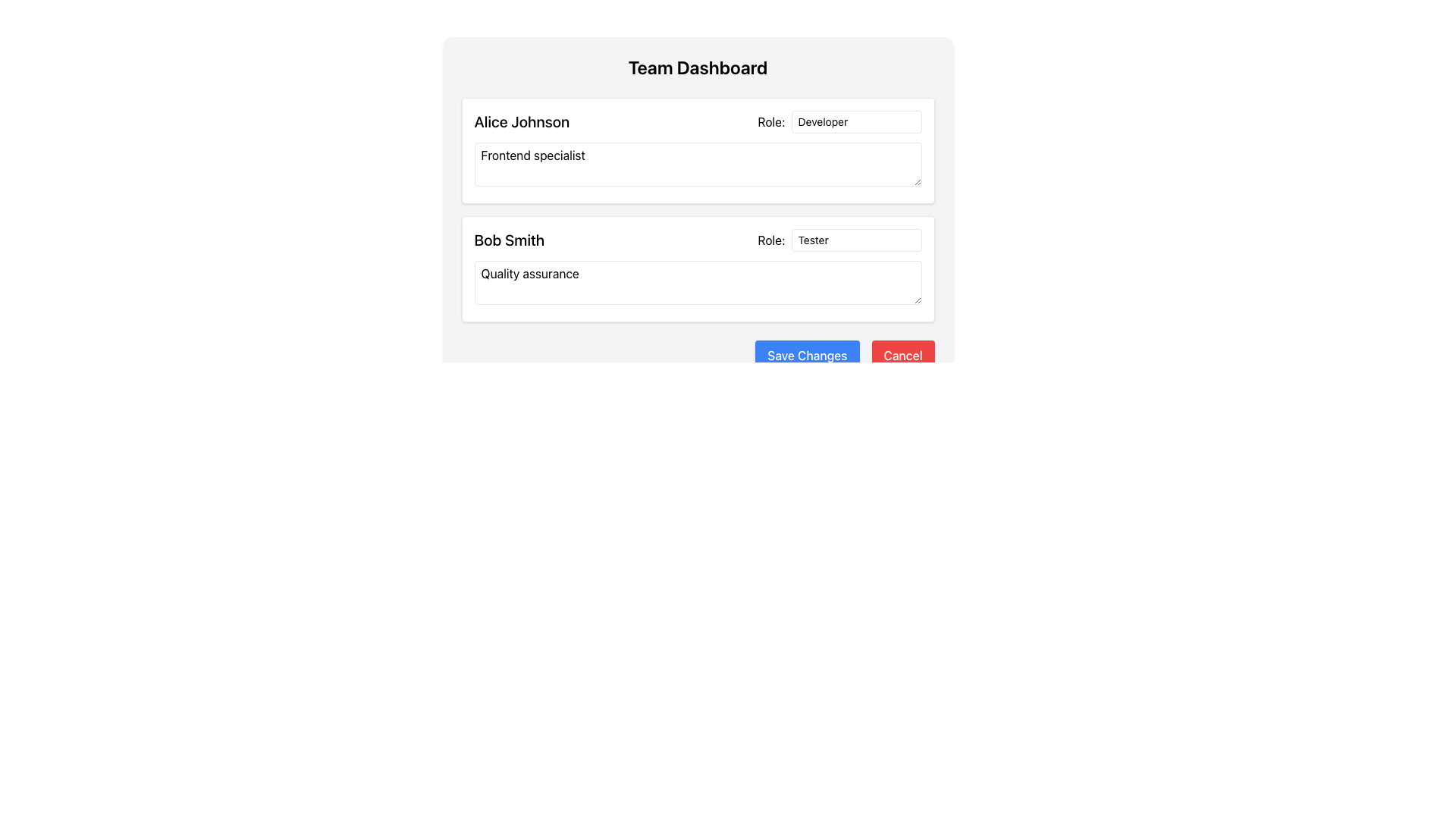 The width and height of the screenshot is (1456, 819). Describe the element at coordinates (697, 210) in the screenshot. I see `the List of user profiles, which displays team members' names, roles, and areas of expertise, located between the 'Team Dashboard' title and the 'Save Changes' and 'Cancel' buttons` at that location.